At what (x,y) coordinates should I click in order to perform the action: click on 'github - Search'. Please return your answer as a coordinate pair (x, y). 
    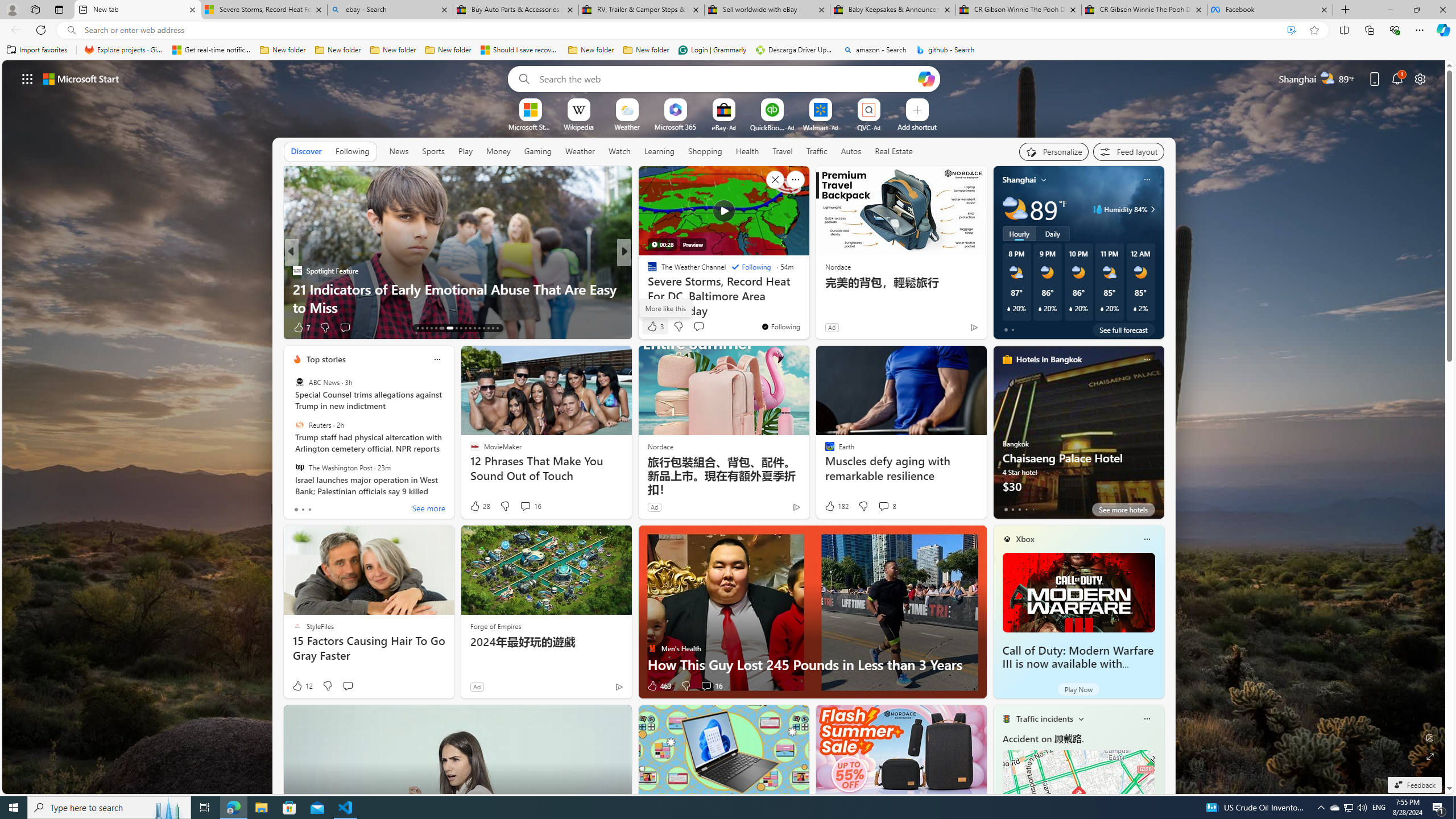
    Looking at the image, I should click on (945, 49).